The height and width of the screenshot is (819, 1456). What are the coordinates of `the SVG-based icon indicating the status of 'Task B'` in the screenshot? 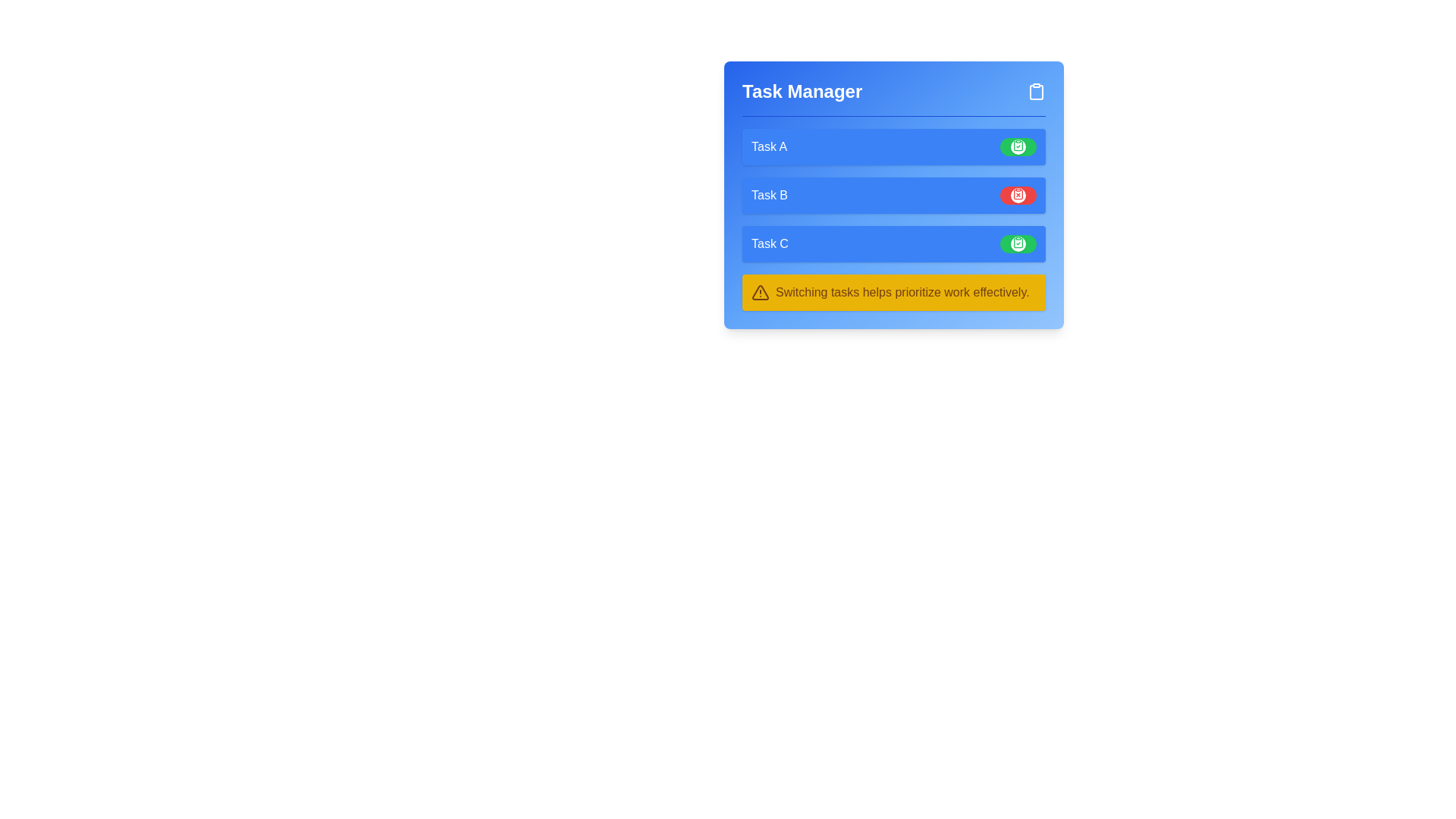 It's located at (1018, 193).